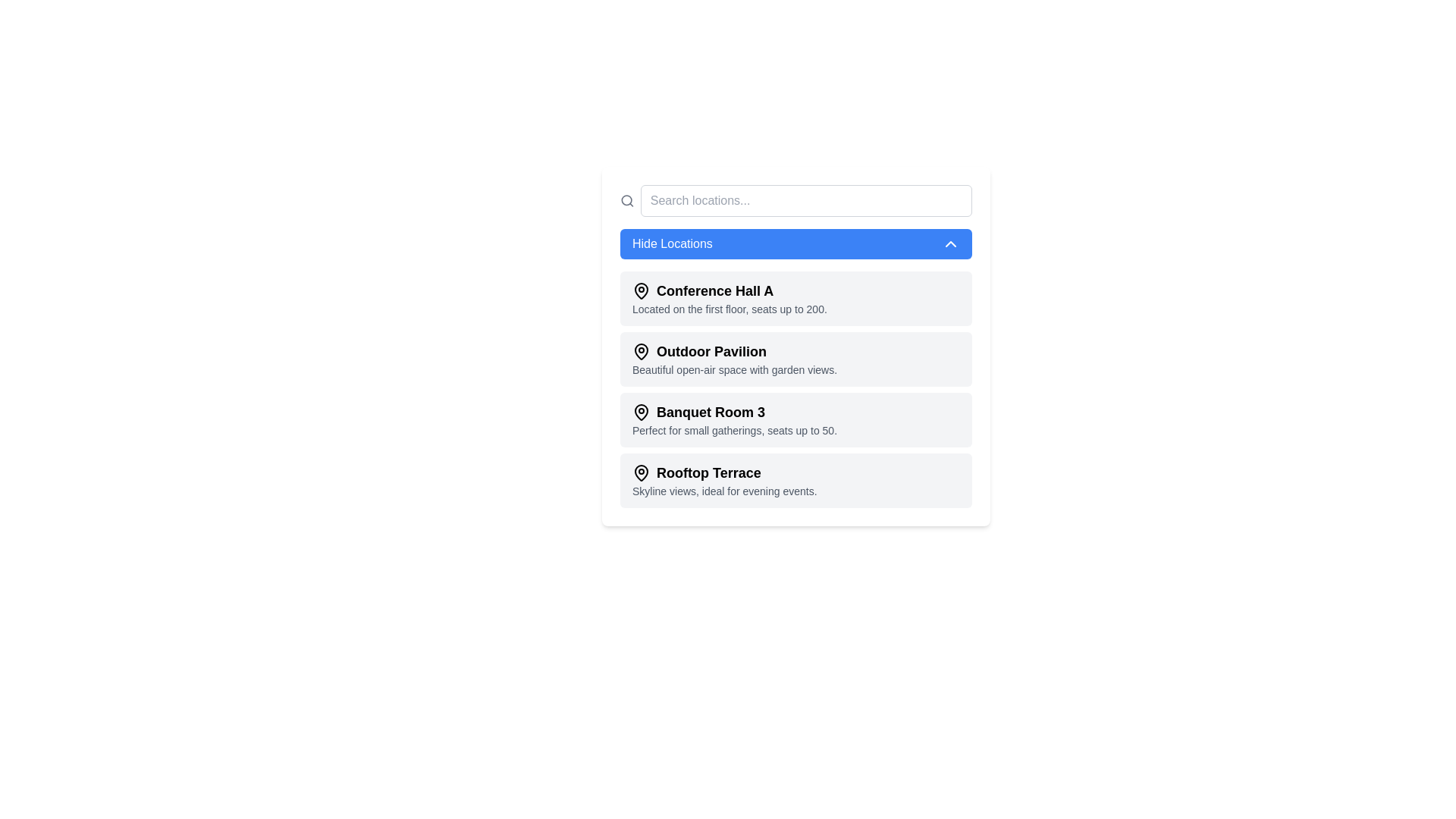 Image resolution: width=1456 pixels, height=819 pixels. What do you see at coordinates (723, 480) in the screenshot?
I see `the fourth item in the vertical list of location options labeled 'Rooftop Terrace'` at bounding box center [723, 480].